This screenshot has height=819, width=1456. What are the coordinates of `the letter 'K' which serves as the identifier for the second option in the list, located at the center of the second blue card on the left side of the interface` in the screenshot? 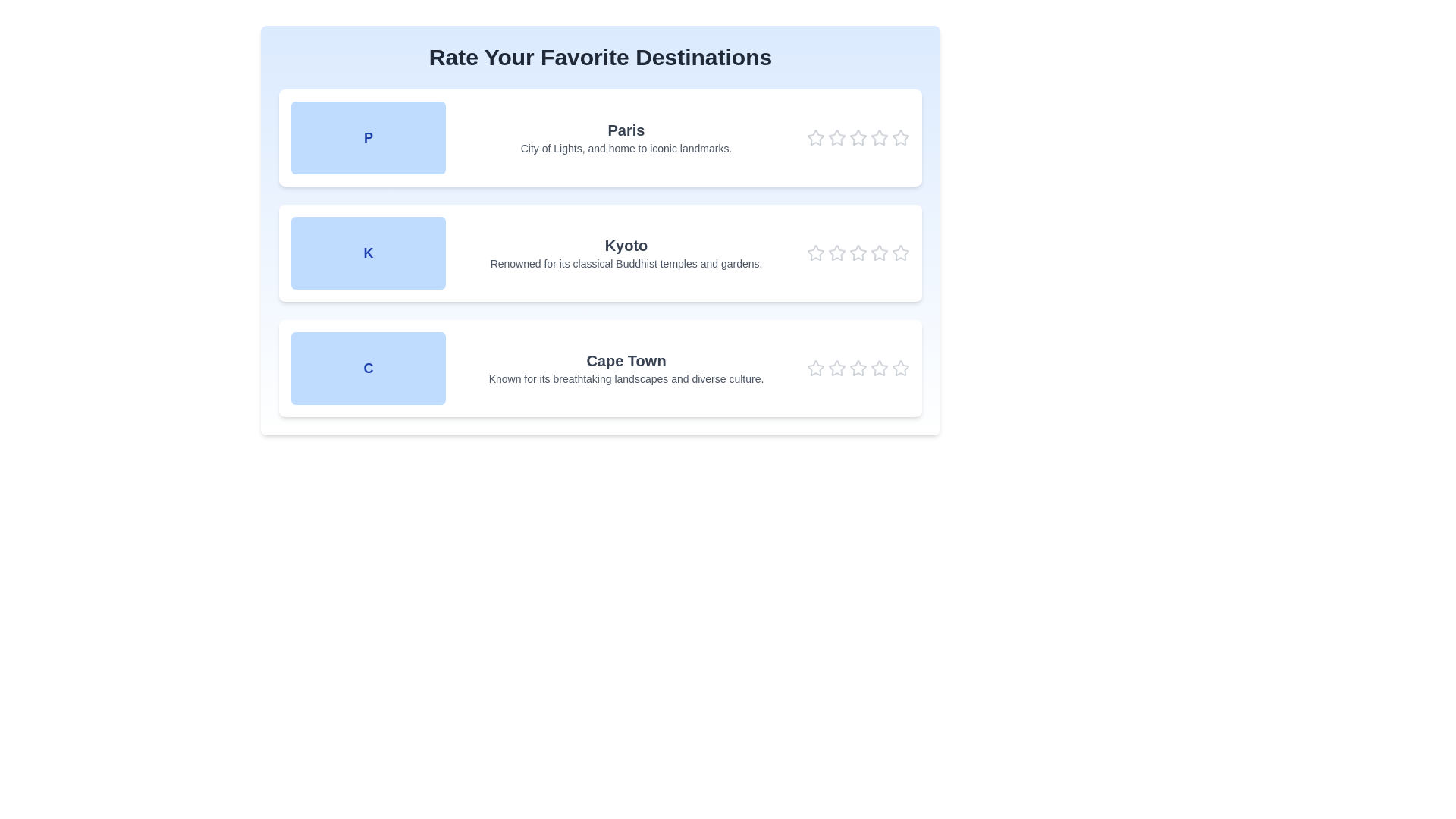 It's located at (368, 253).